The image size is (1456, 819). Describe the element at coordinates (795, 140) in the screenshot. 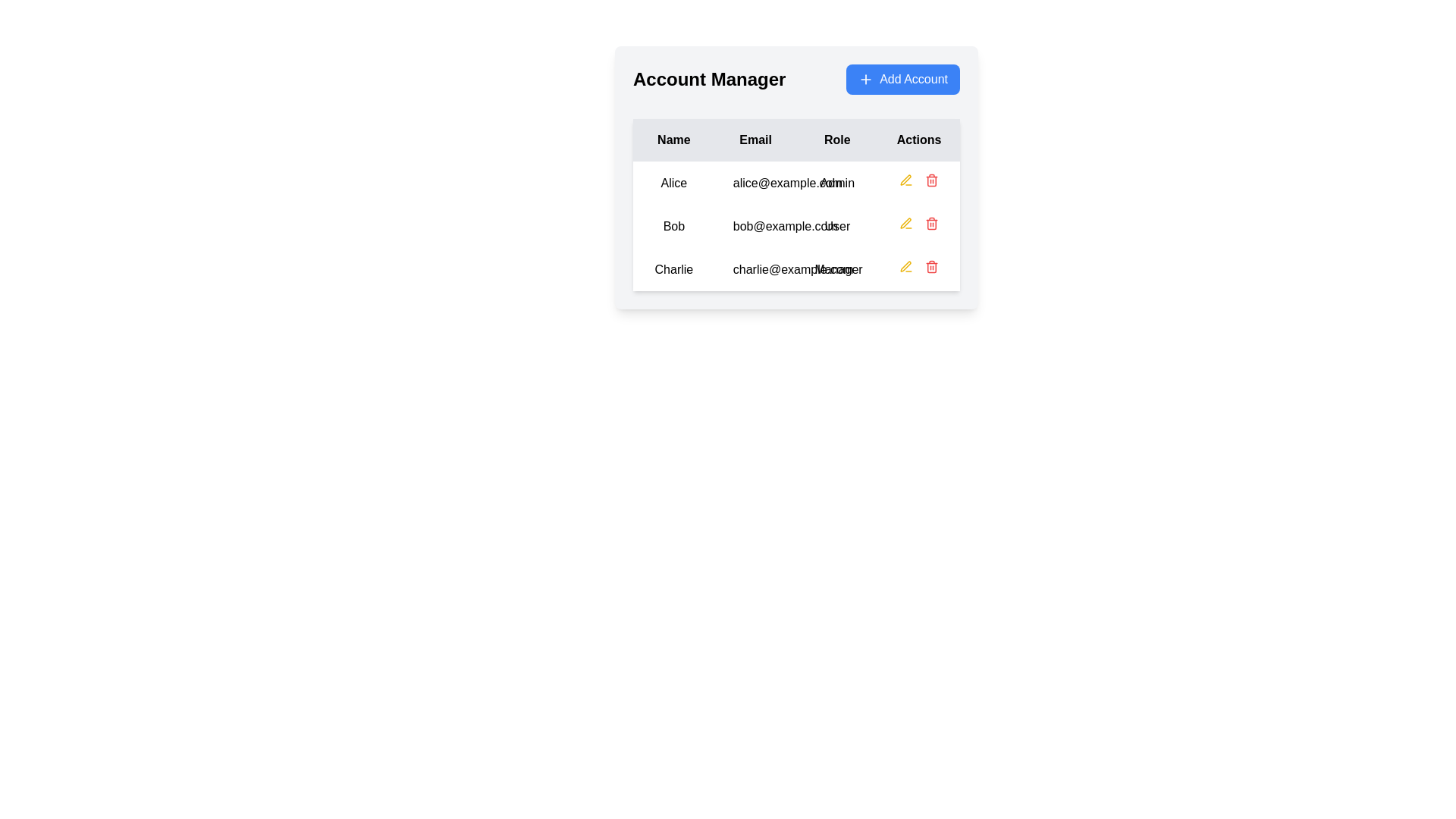

I see `the Table Header element that delineates the columns of the table below for reading` at that location.